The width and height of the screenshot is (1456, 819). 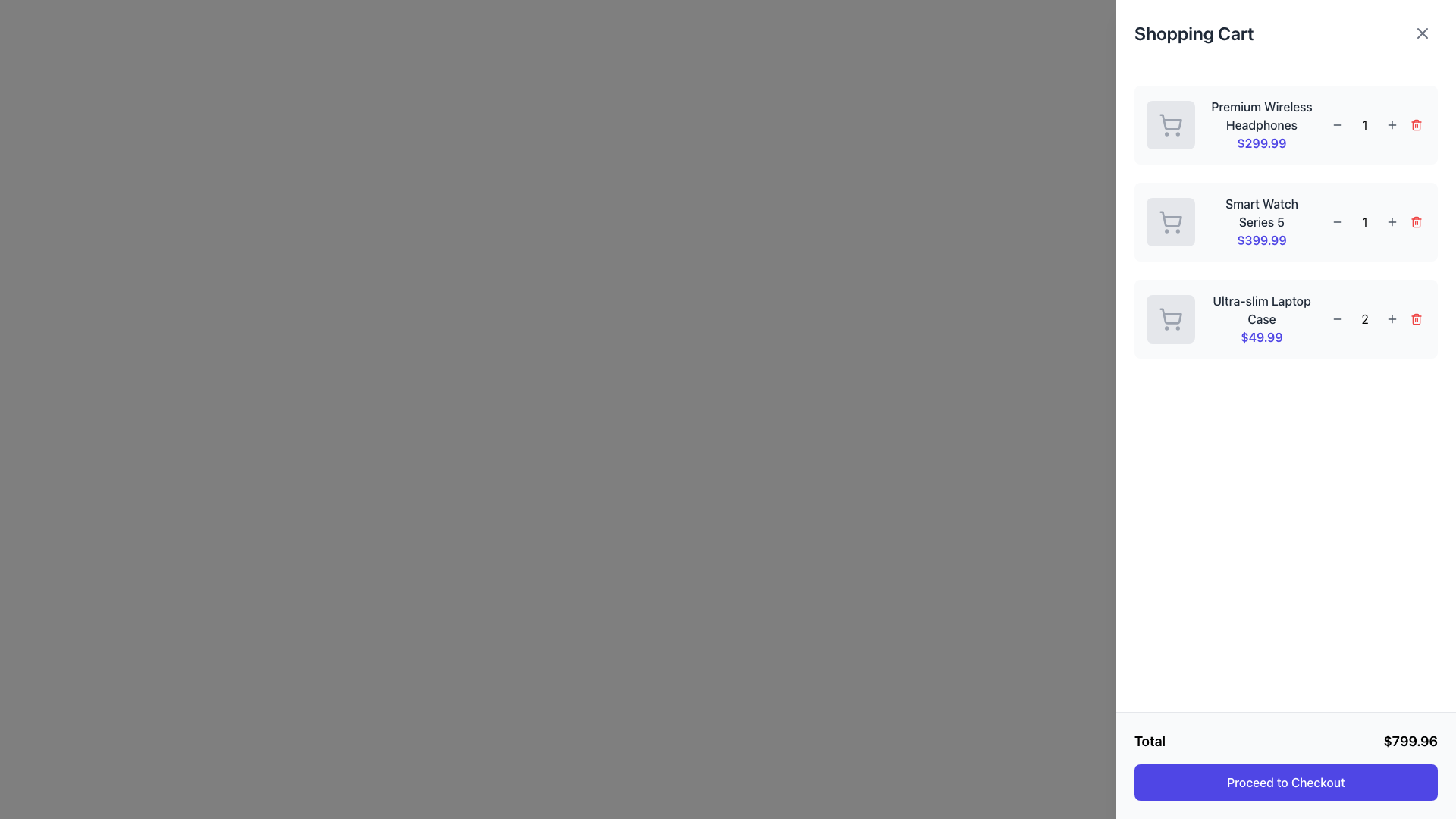 I want to click on the remove button for the 'Ultra-slim Laptop Case' in the shopping cart, so click(x=1415, y=318).